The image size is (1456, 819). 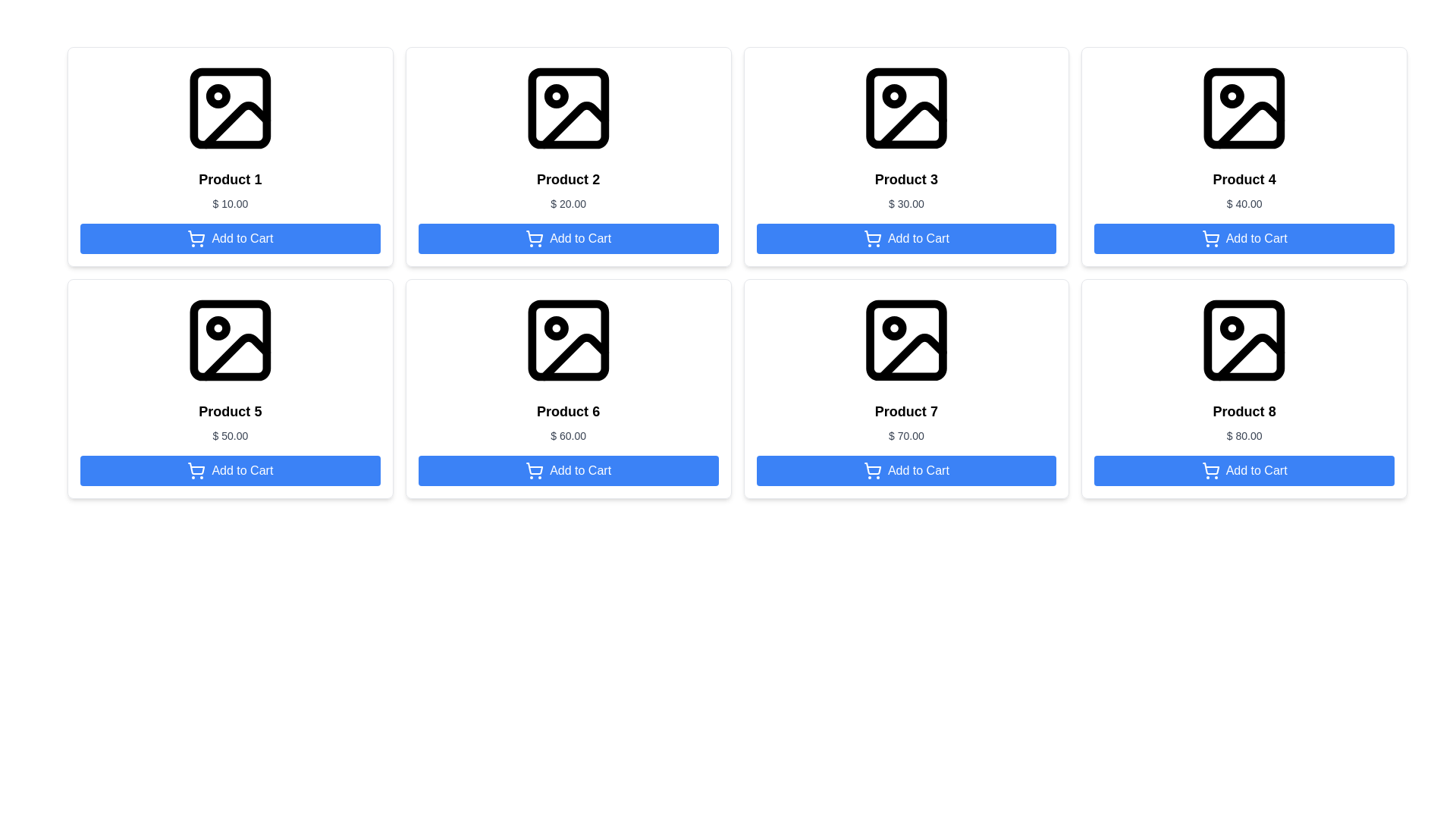 What do you see at coordinates (567, 339) in the screenshot?
I see `the graphical decorative component within the image area of 'Product 6' card, which is visually identified by its central position and surrounding graphical elements` at bounding box center [567, 339].